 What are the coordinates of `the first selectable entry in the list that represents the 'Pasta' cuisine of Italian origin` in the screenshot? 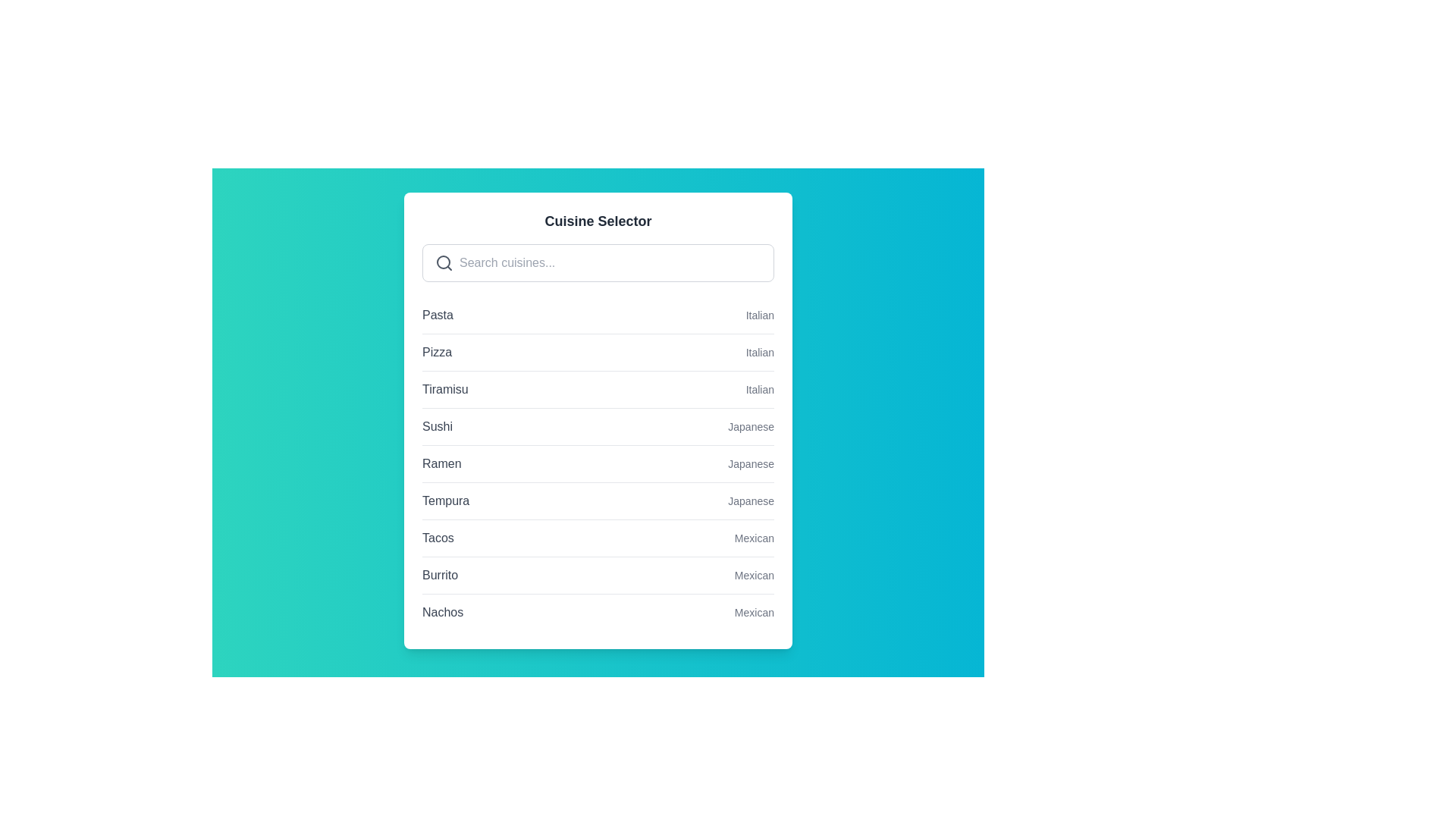 It's located at (597, 315).